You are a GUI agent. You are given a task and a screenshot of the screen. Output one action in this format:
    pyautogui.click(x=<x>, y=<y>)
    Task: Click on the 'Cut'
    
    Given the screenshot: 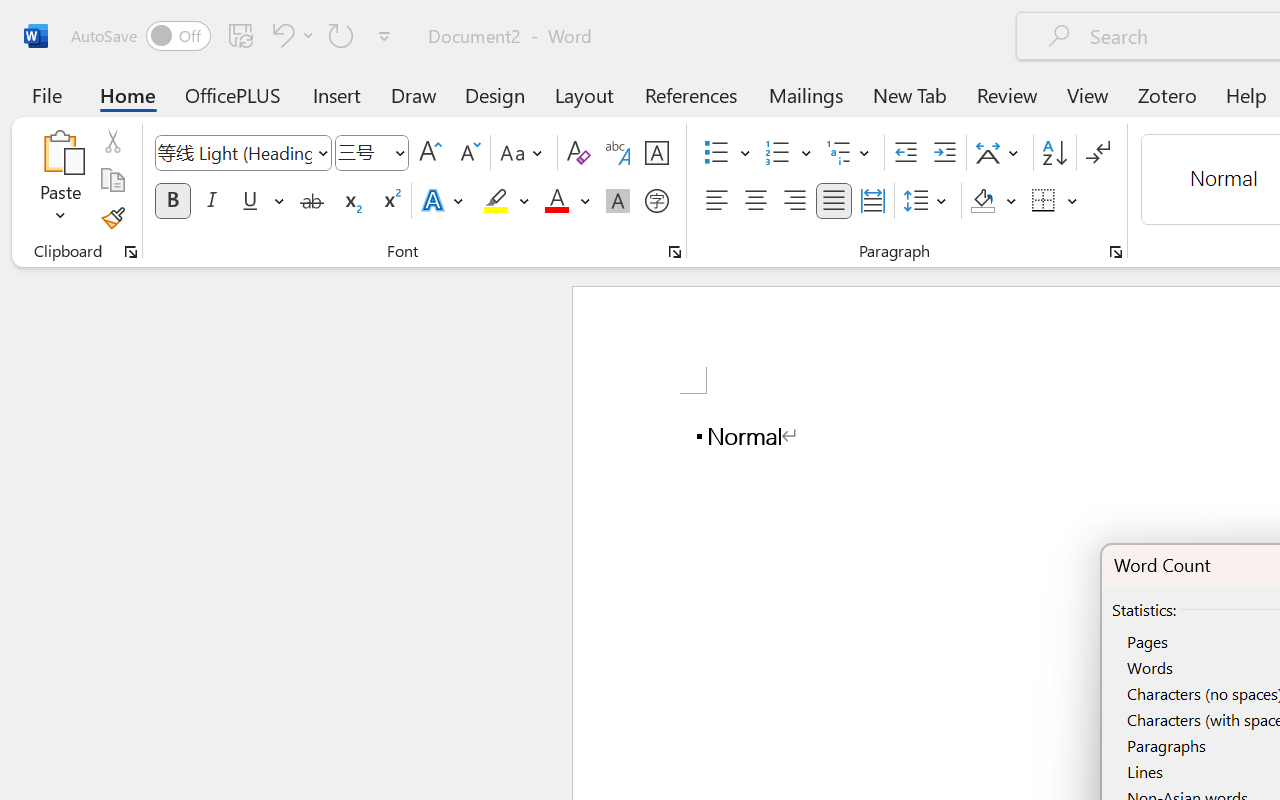 What is the action you would take?
    pyautogui.click(x=111, y=141)
    